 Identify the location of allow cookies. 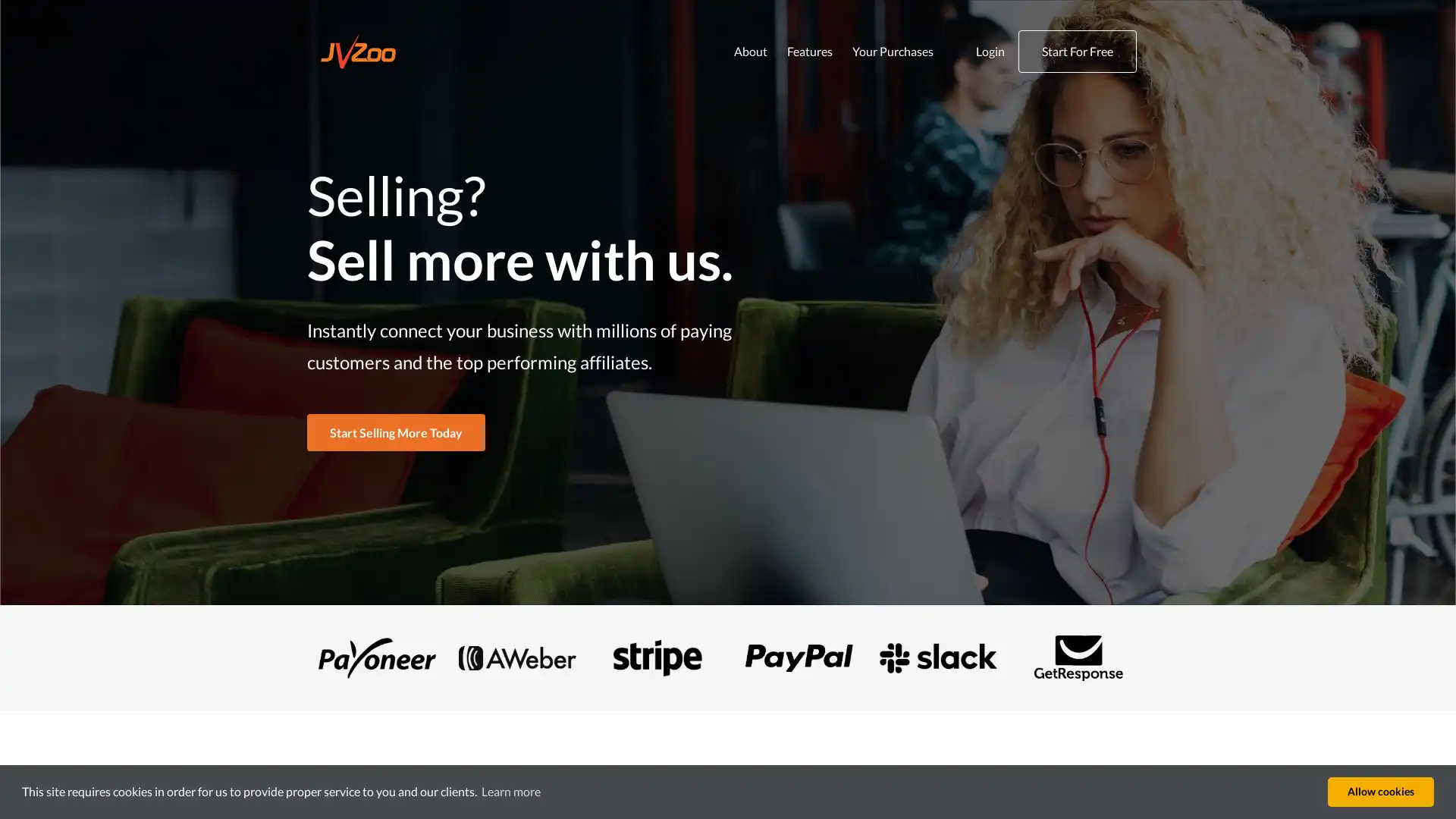
(1380, 791).